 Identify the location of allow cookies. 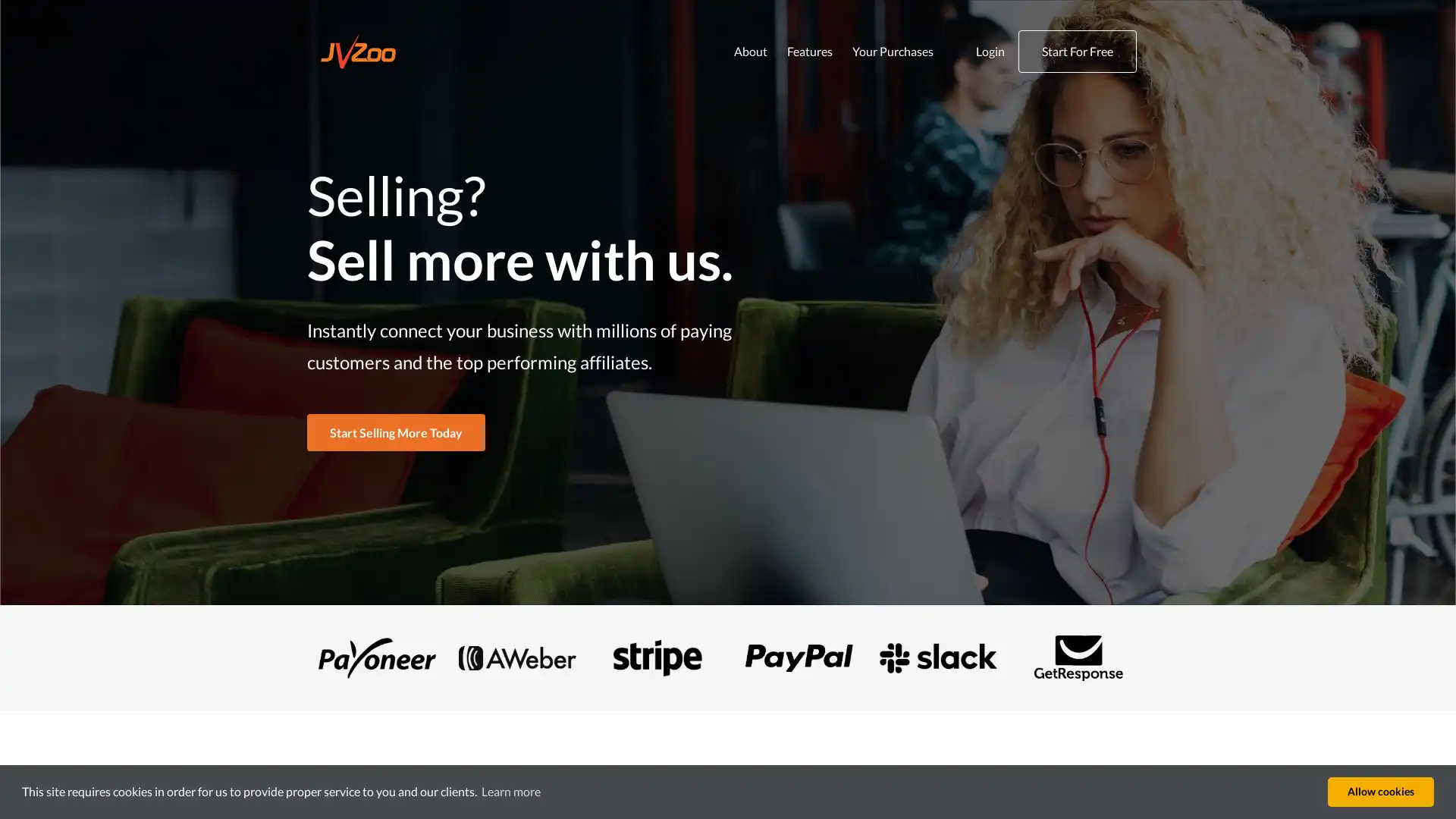
(1380, 791).